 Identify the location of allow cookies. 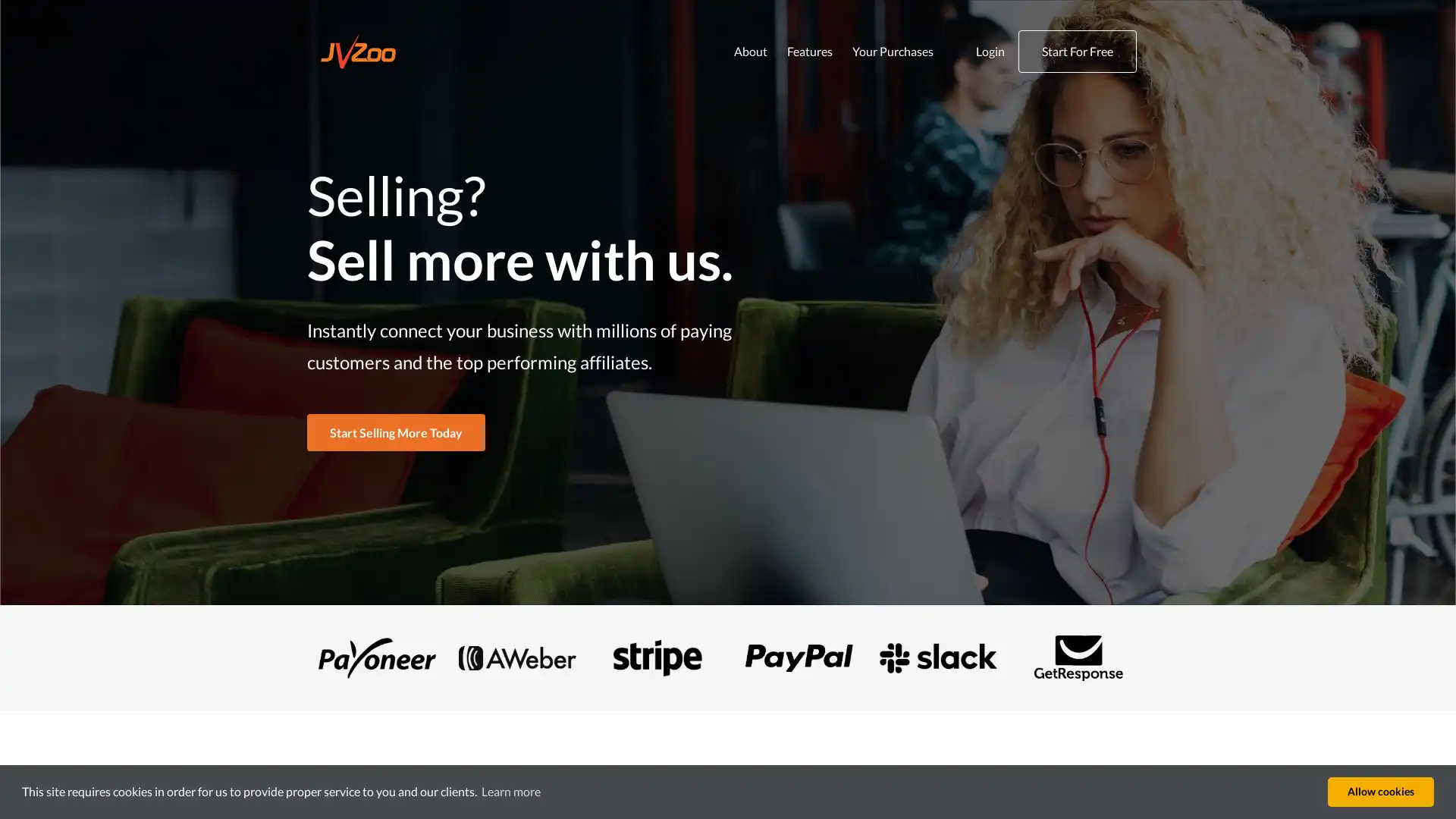
(1380, 791).